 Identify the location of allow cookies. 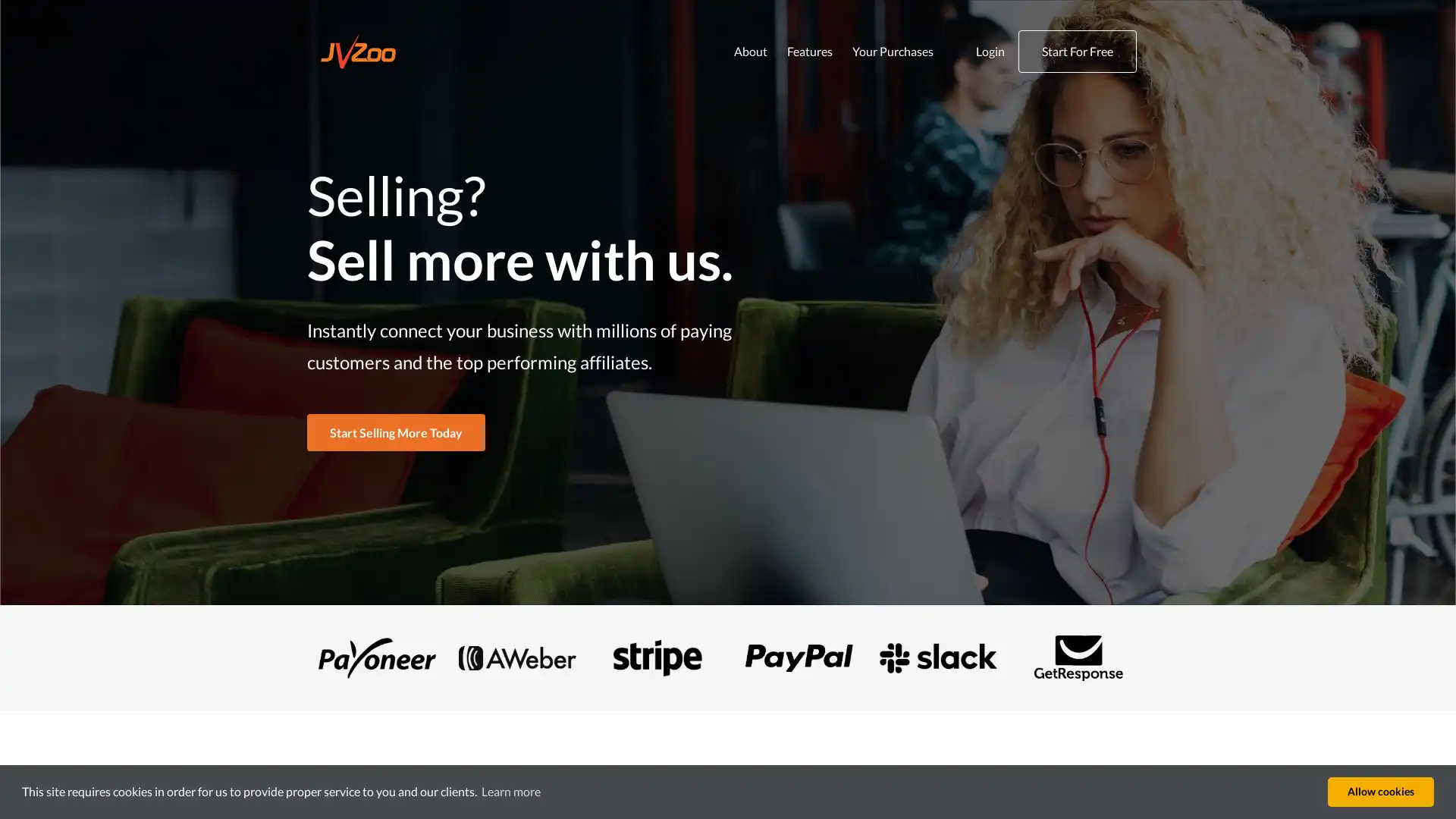
(1380, 791).